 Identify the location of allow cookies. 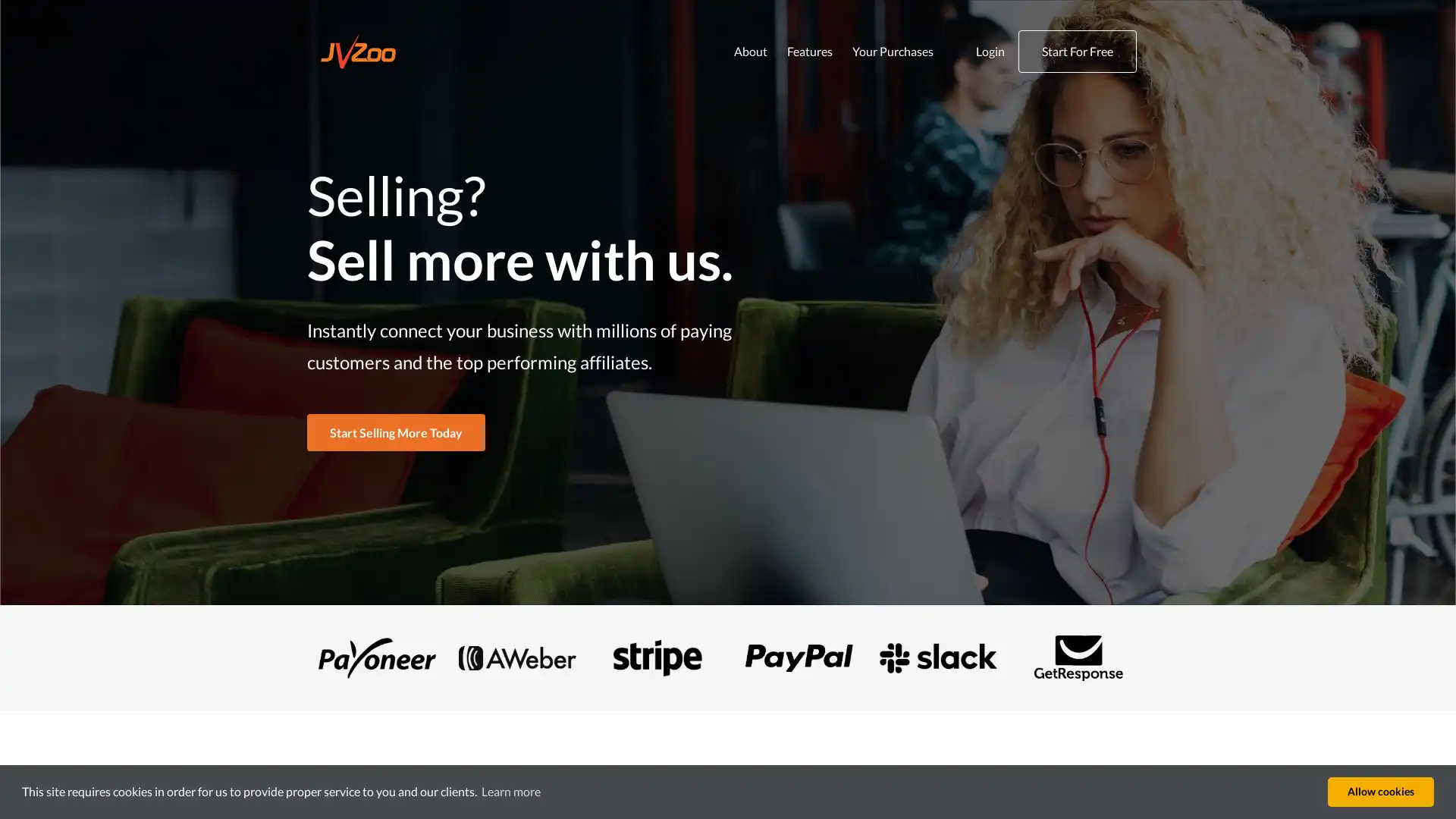
(1380, 791).